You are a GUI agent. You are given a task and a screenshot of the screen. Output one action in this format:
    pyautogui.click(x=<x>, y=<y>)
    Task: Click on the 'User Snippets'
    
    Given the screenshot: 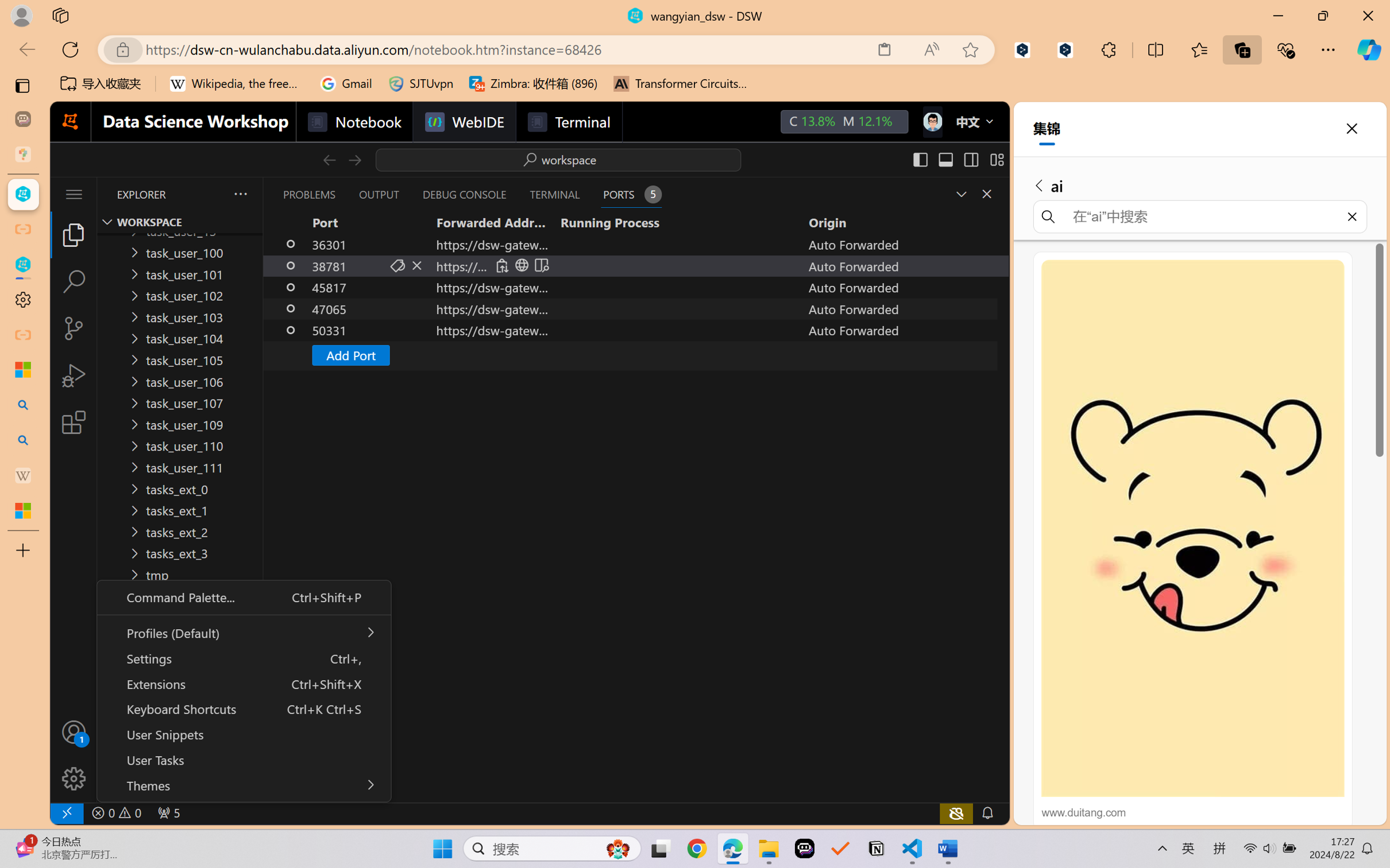 What is the action you would take?
    pyautogui.click(x=243, y=734)
    